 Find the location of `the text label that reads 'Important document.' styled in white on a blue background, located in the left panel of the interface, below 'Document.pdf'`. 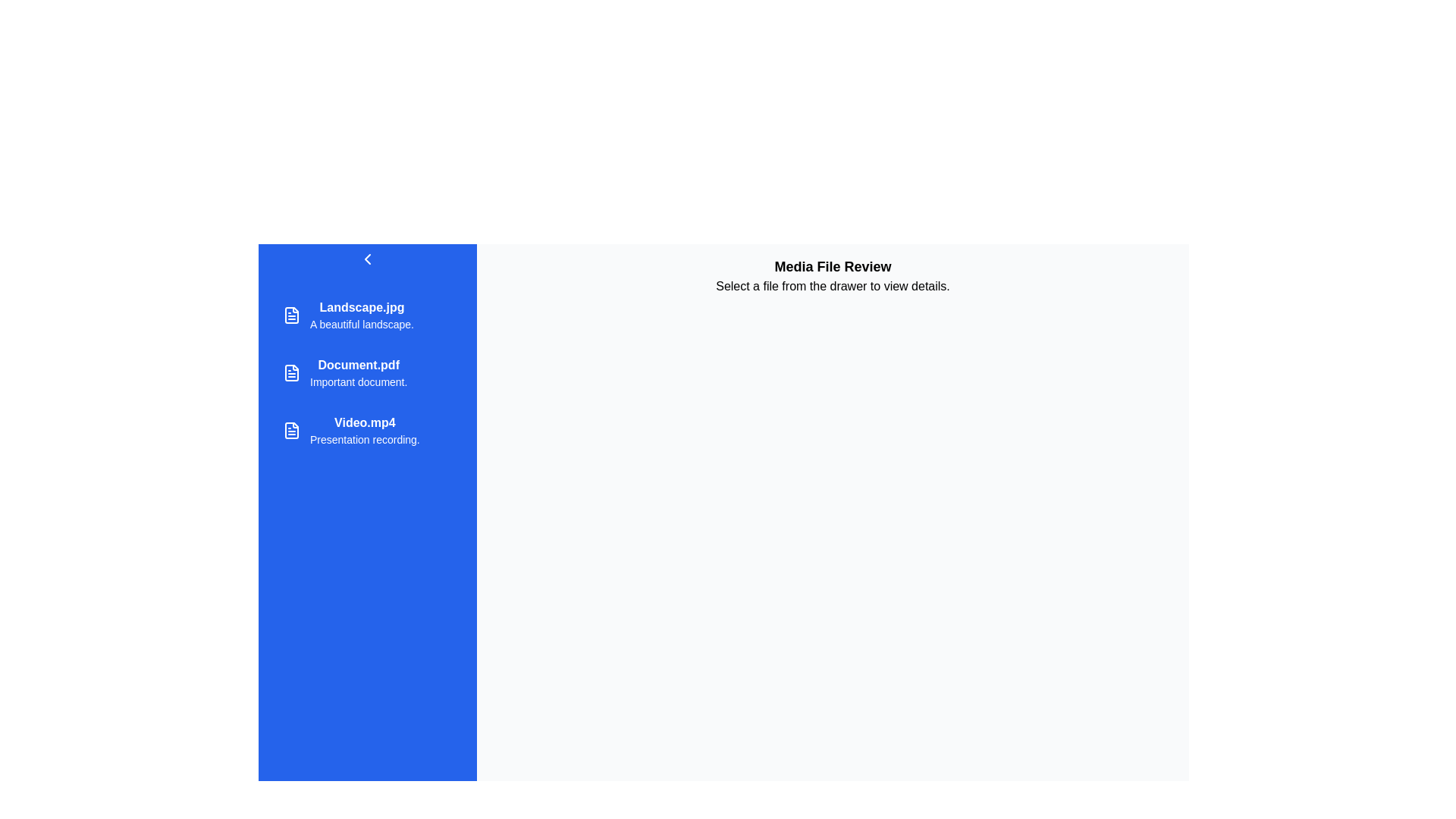

the text label that reads 'Important document.' styled in white on a blue background, located in the left panel of the interface, below 'Document.pdf' is located at coordinates (358, 381).